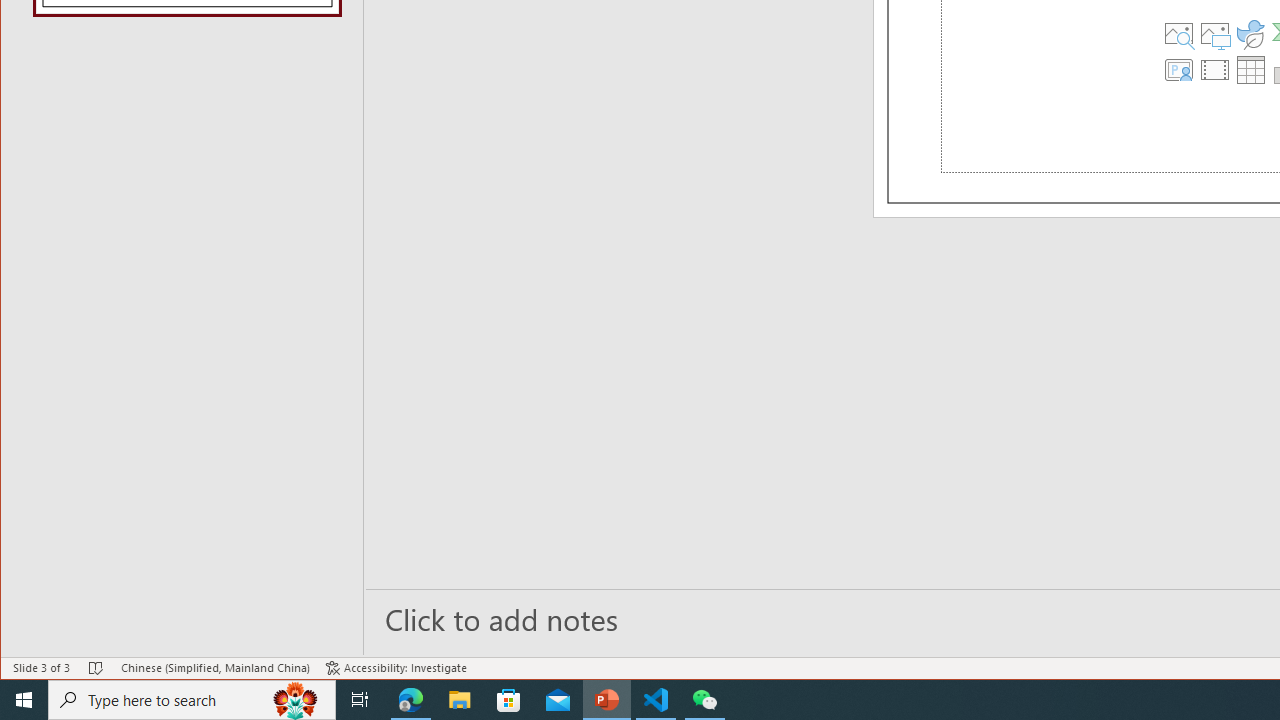  What do you see at coordinates (1179, 68) in the screenshot?
I see `'Insert Cameo'` at bounding box center [1179, 68].